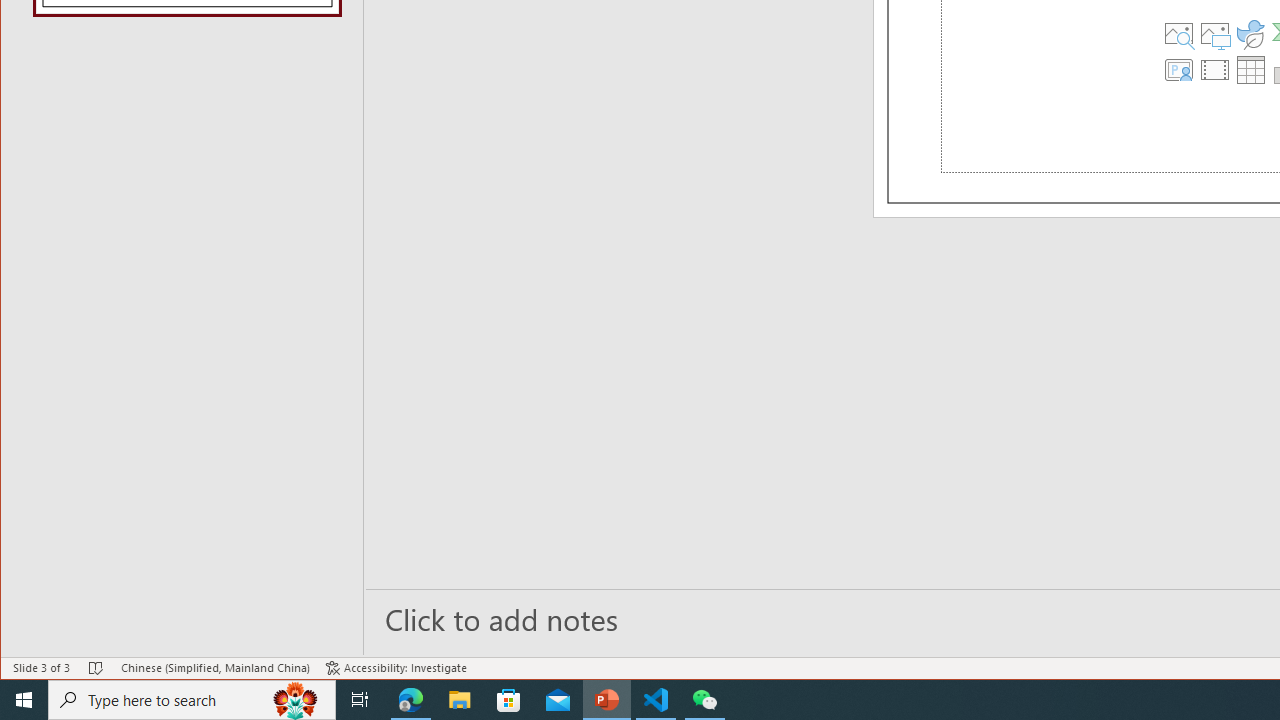  What do you see at coordinates (1179, 68) in the screenshot?
I see `'Insert Cameo'` at bounding box center [1179, 68].